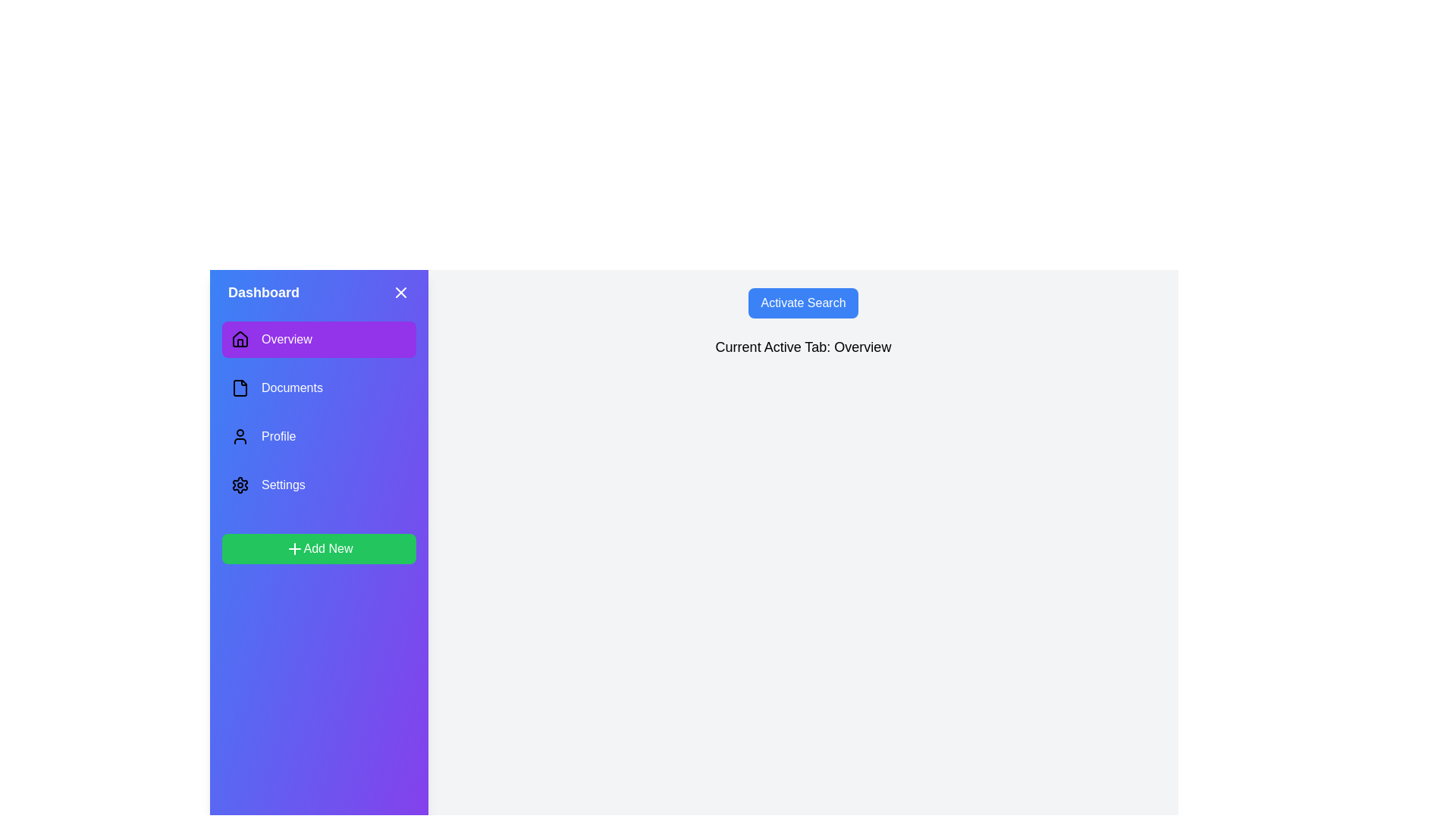  I want to click on the Overview icon located in the vertical navigation menu on the left side of the interface, which is the first element above the text 'Overview', so click(239, 338).